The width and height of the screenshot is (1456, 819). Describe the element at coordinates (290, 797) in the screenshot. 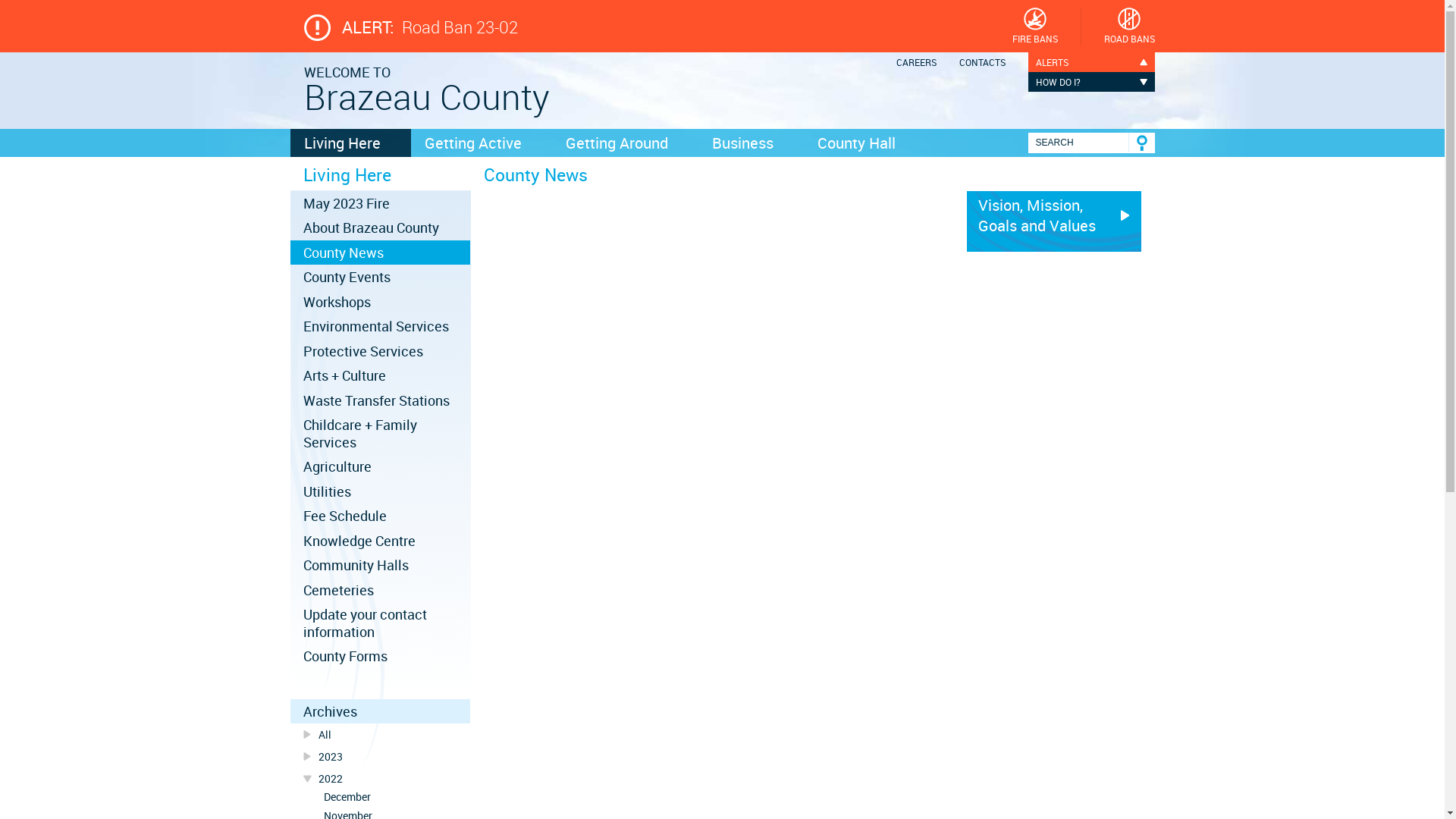

I see `'December'` at that location.